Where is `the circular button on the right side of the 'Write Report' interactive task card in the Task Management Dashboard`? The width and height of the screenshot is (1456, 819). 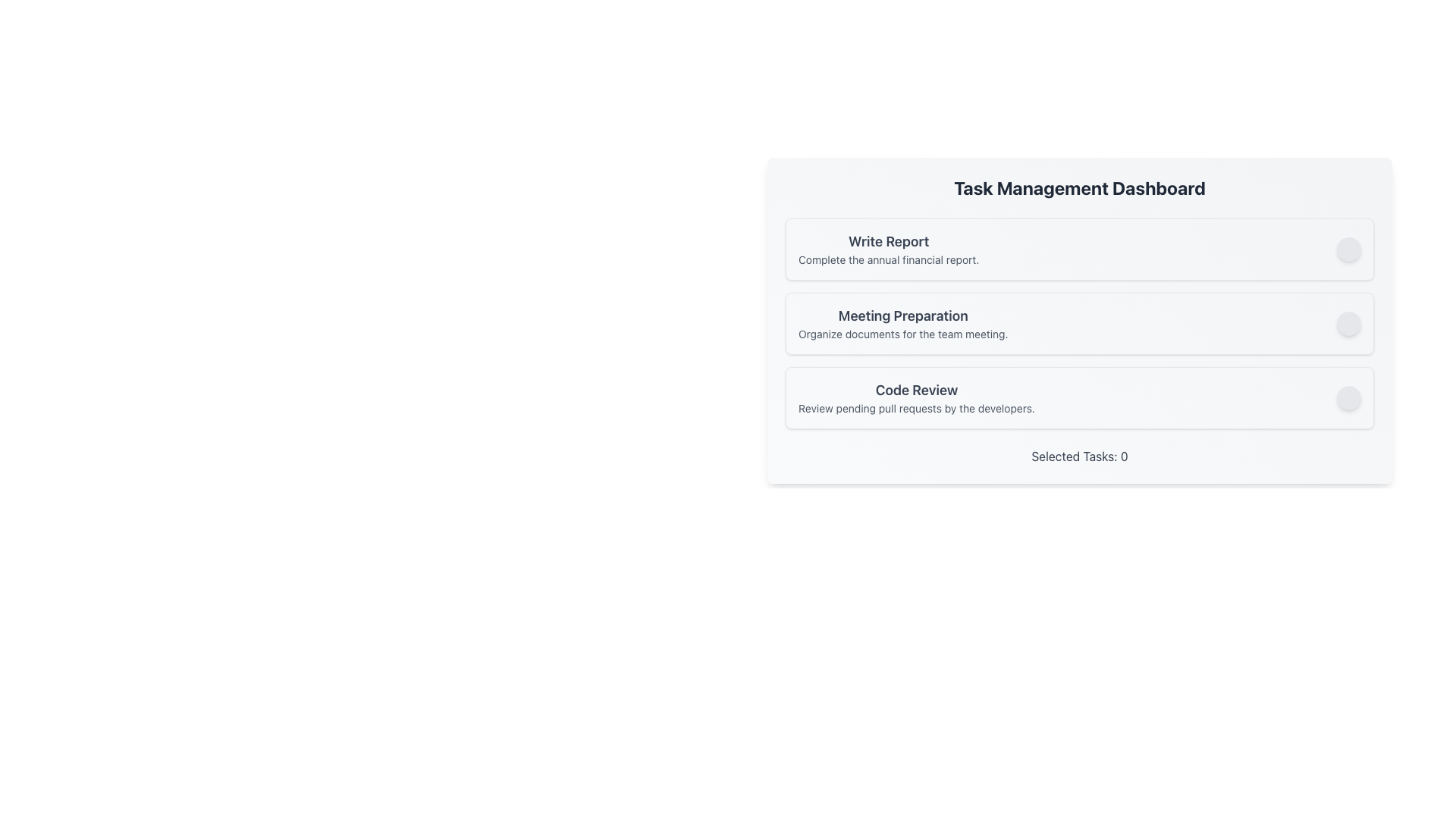 the circular button on the right side of the 'Write Report' interactive task card in the Task Management Dashboard is located at coordinates (1079, 248).